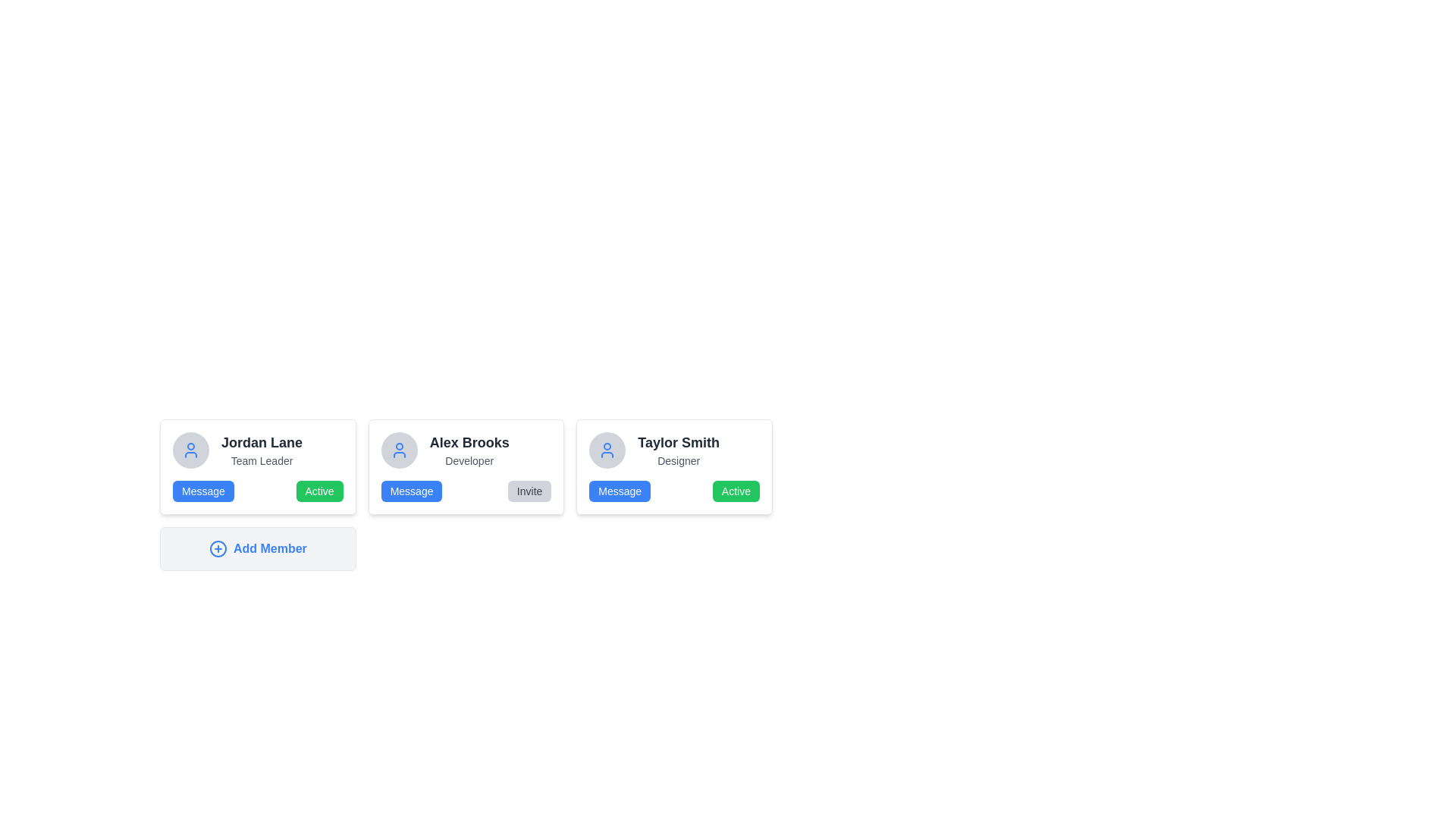  Describe the element at coordinates (262, 450) in the screenshot. I see `text displayed in the profile card element featuring 'Jordan Lane' and 'Team Leader'` at that location.